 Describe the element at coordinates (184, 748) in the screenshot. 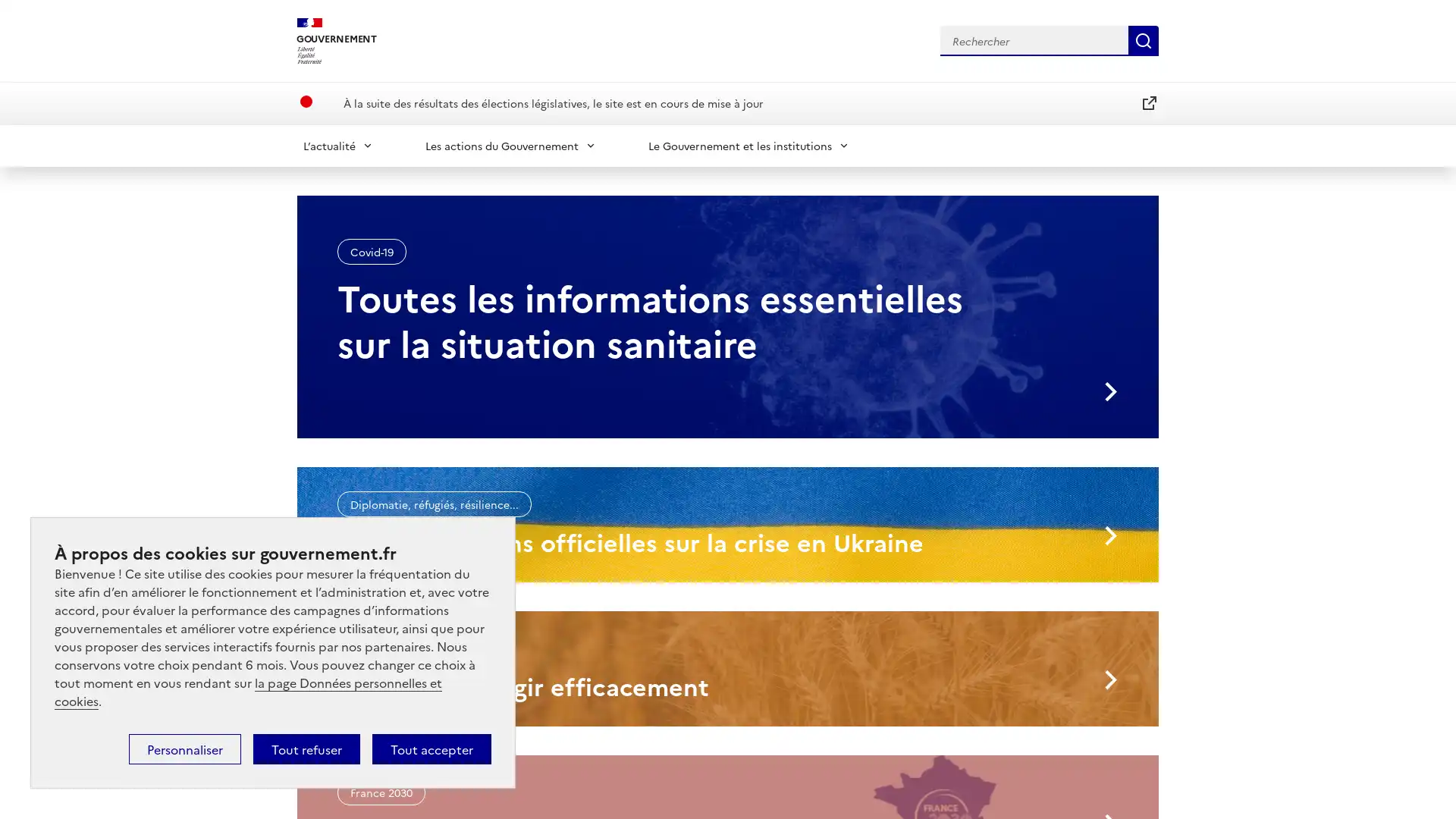

I see `Personnaliser` at that location.